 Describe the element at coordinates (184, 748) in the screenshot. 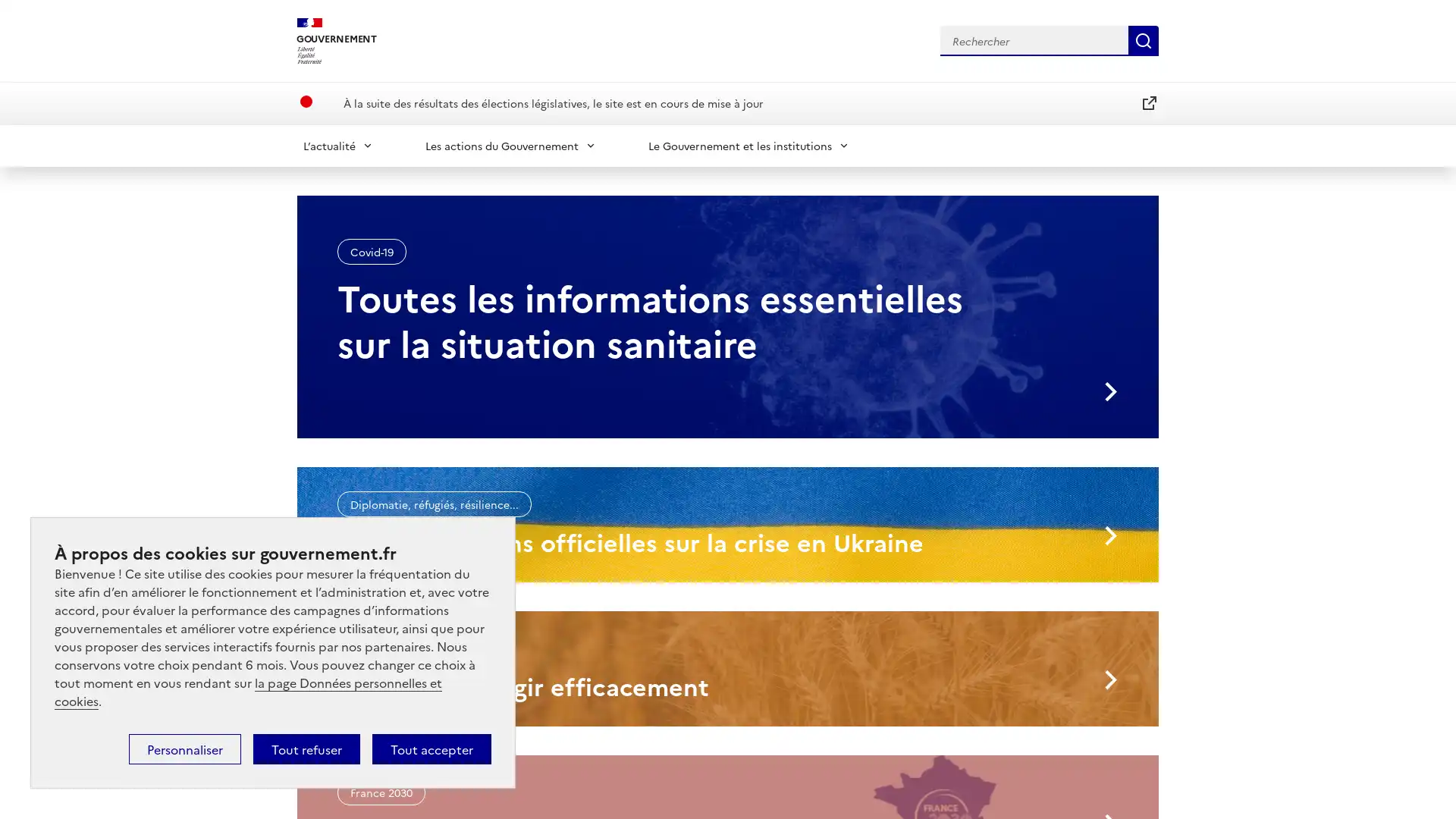

I see `Personnaliser` at that location.